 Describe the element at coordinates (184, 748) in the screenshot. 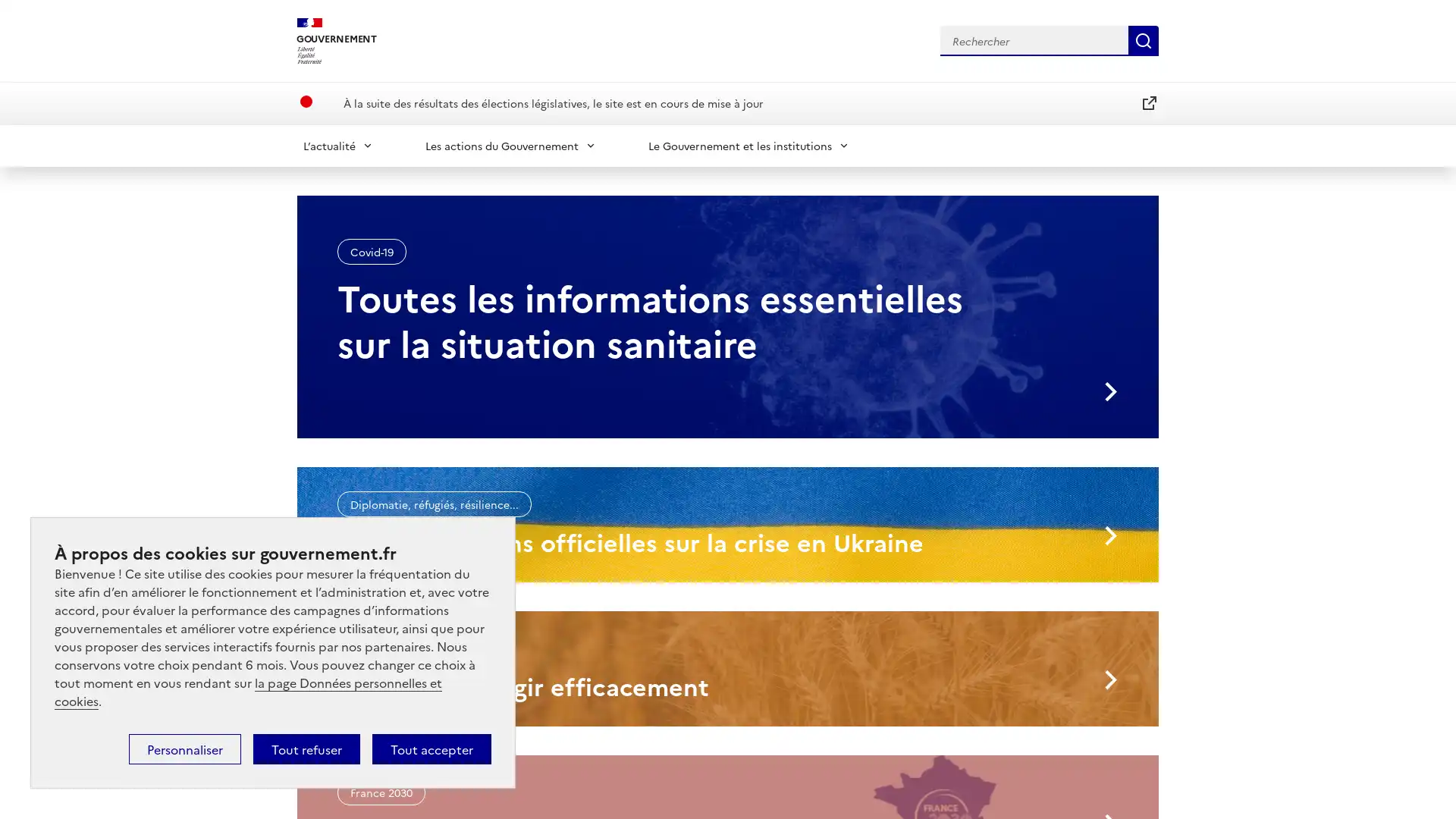

I see `Personnaliser` at that location.